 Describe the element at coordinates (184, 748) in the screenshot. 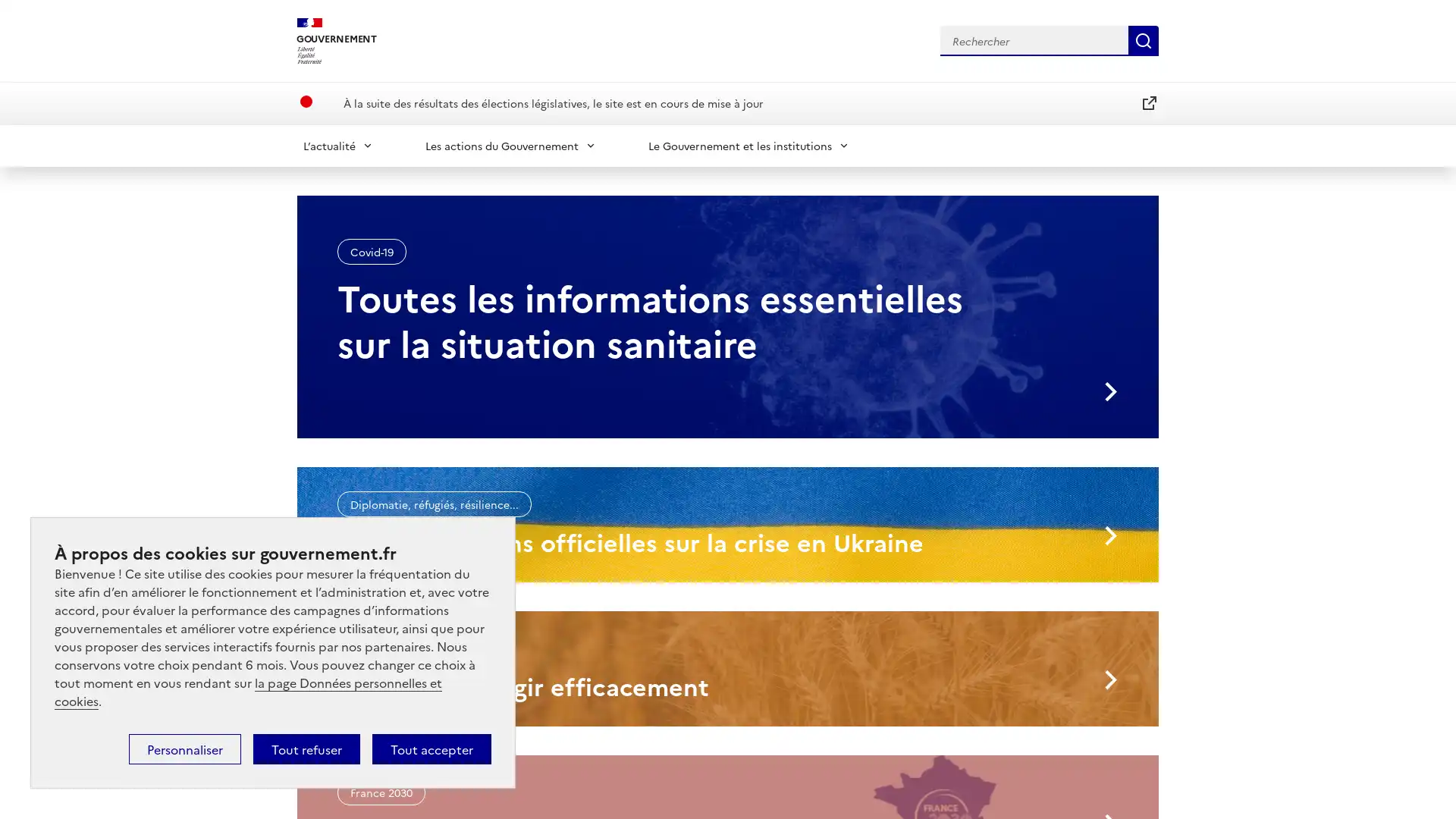

I see `Personnaliser` at that location.